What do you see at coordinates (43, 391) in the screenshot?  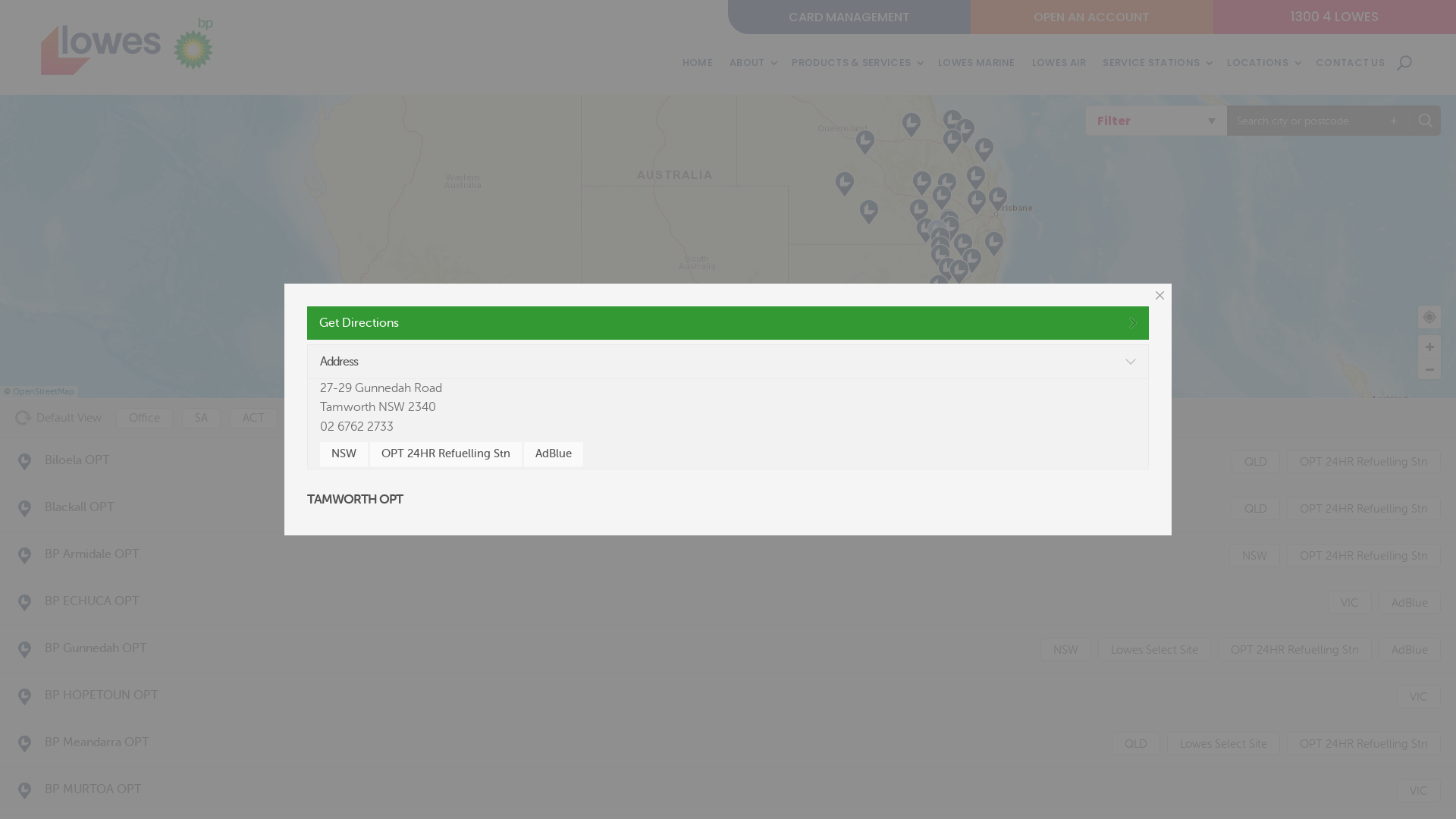 I see `'OpenStreetMap'` at bounding box center [43, 391].